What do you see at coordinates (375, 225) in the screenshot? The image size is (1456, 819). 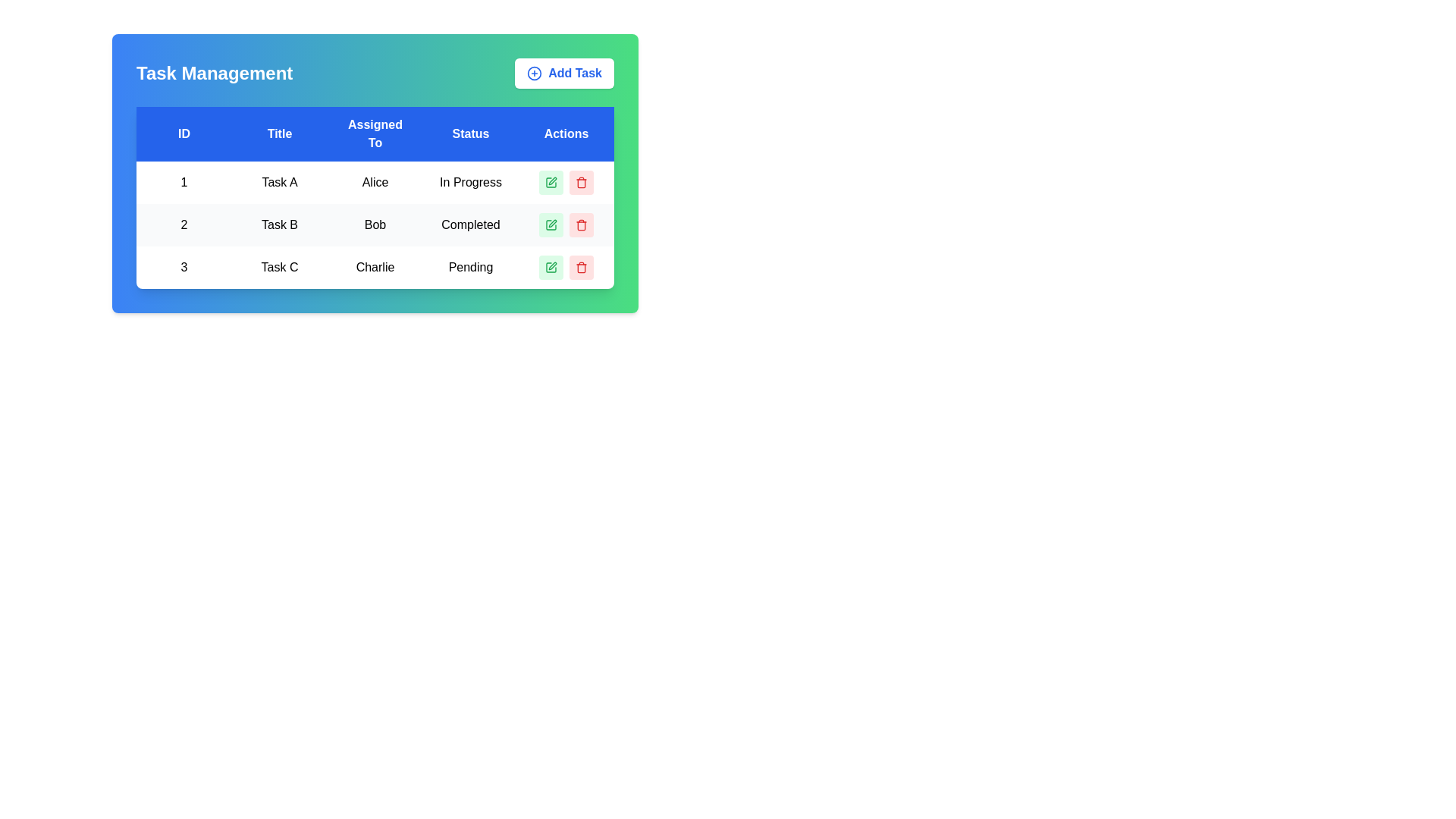 I see `the text label indicating the assignee for 'Task B' in the 'Assigned To' column of the task management table` at bounding box center [375, 225].